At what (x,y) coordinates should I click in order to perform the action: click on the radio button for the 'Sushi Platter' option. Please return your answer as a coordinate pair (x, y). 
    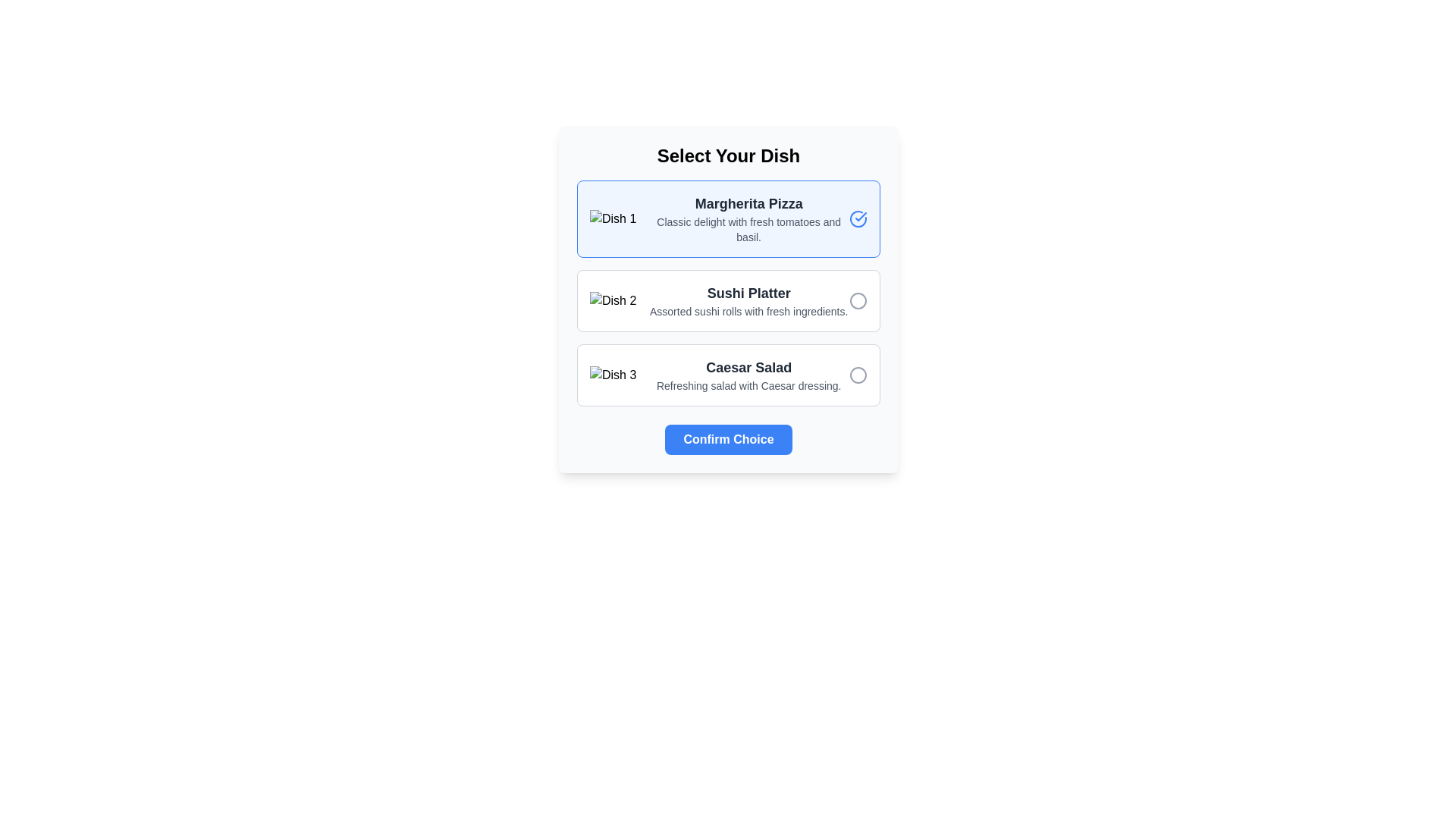
    Looking at the image, I should click on (858, 301).